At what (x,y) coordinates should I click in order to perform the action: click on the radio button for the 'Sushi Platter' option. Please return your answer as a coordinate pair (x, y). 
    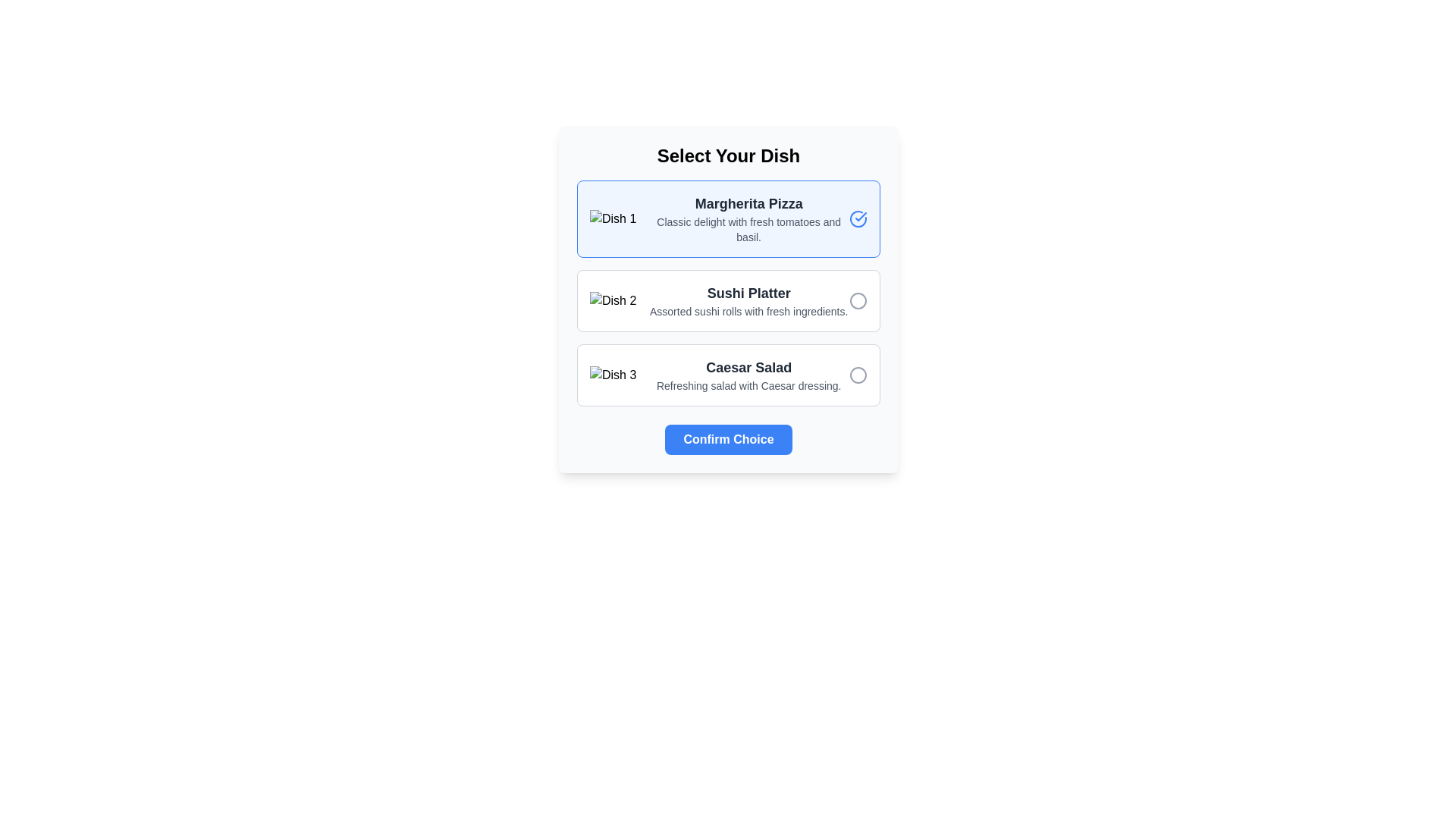
    Looking at the image, I should click on (858, 301).